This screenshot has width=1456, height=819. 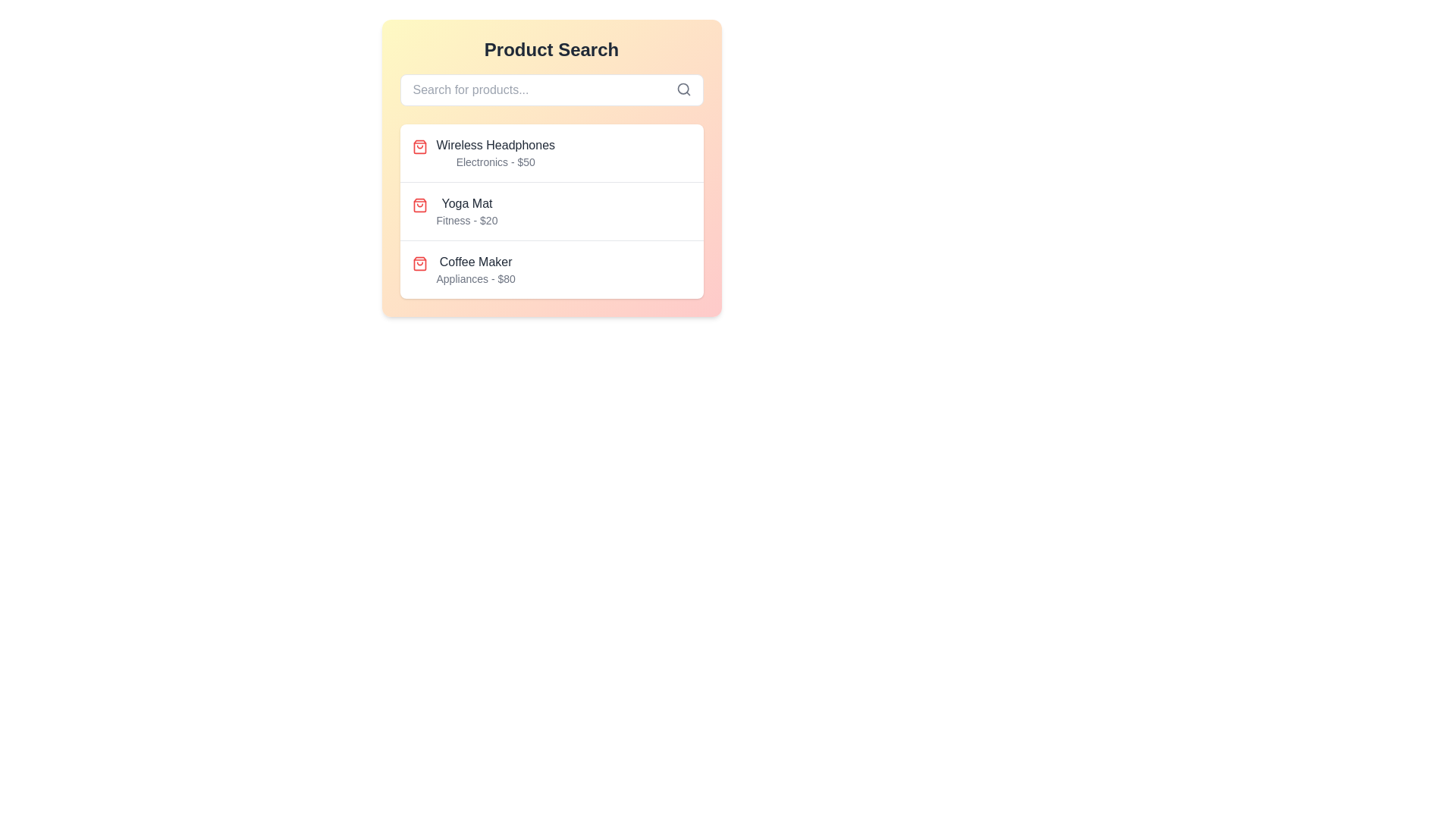 I want to click on the text label displaying 'Appliances - $80', which is located below the 'Coffee Maker' heading in the product listing, so click(x=475, y=278).